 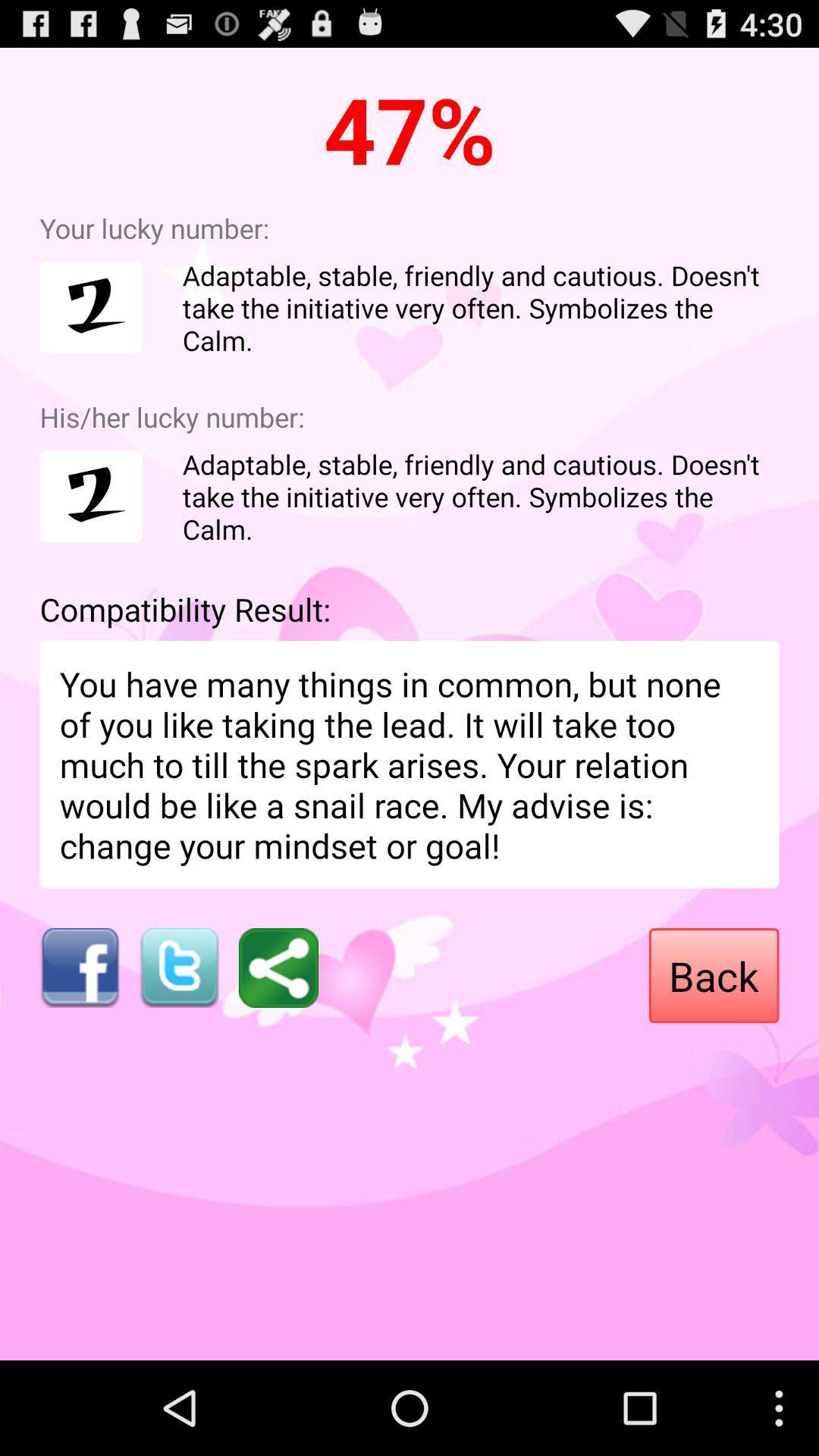 What do you see at coordinates (79, 967) in the screenshot?
I see `facebook` at bounding box center [79, 967].